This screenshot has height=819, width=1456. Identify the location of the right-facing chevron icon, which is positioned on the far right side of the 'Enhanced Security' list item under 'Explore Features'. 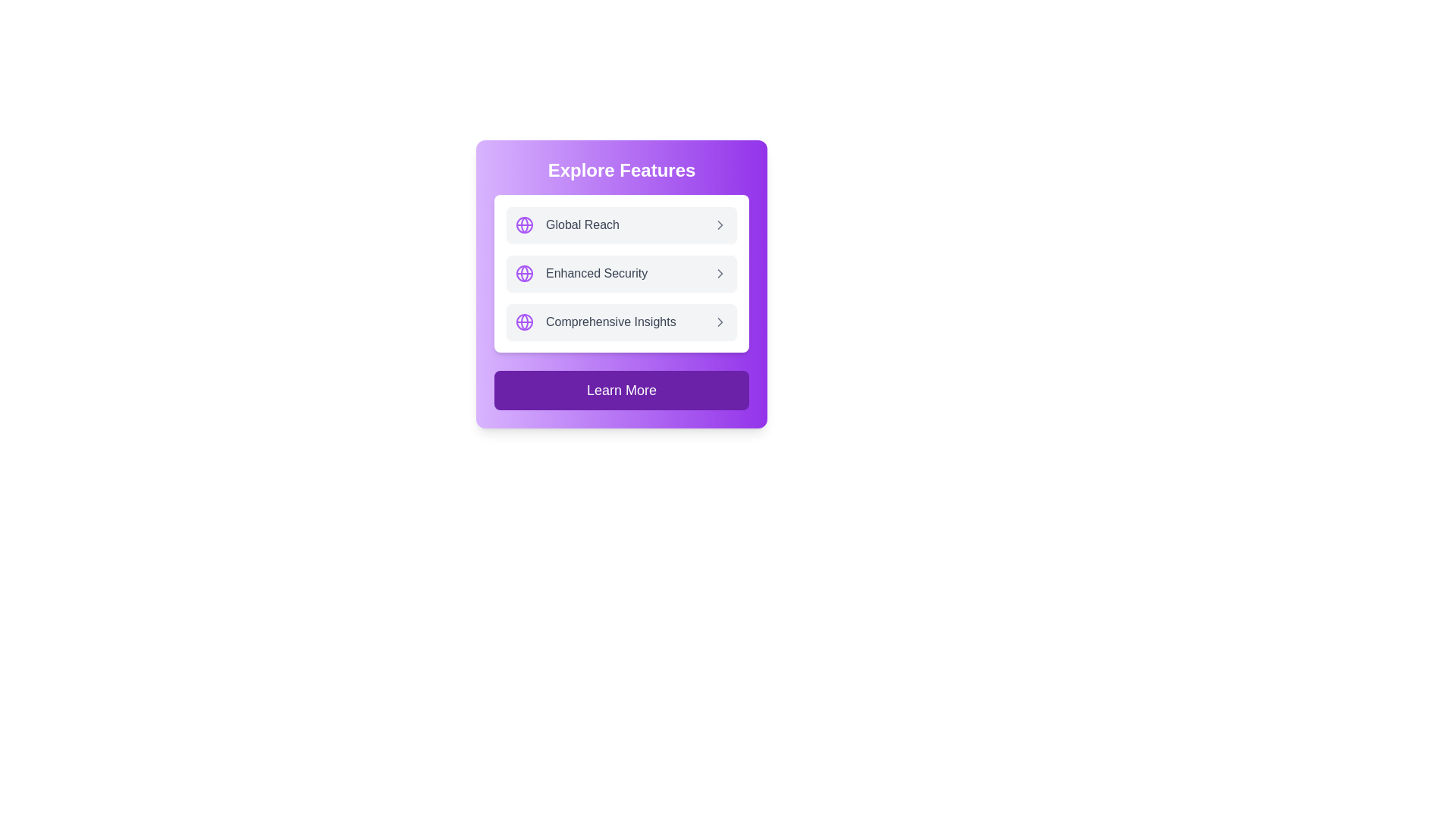
(720, 274).